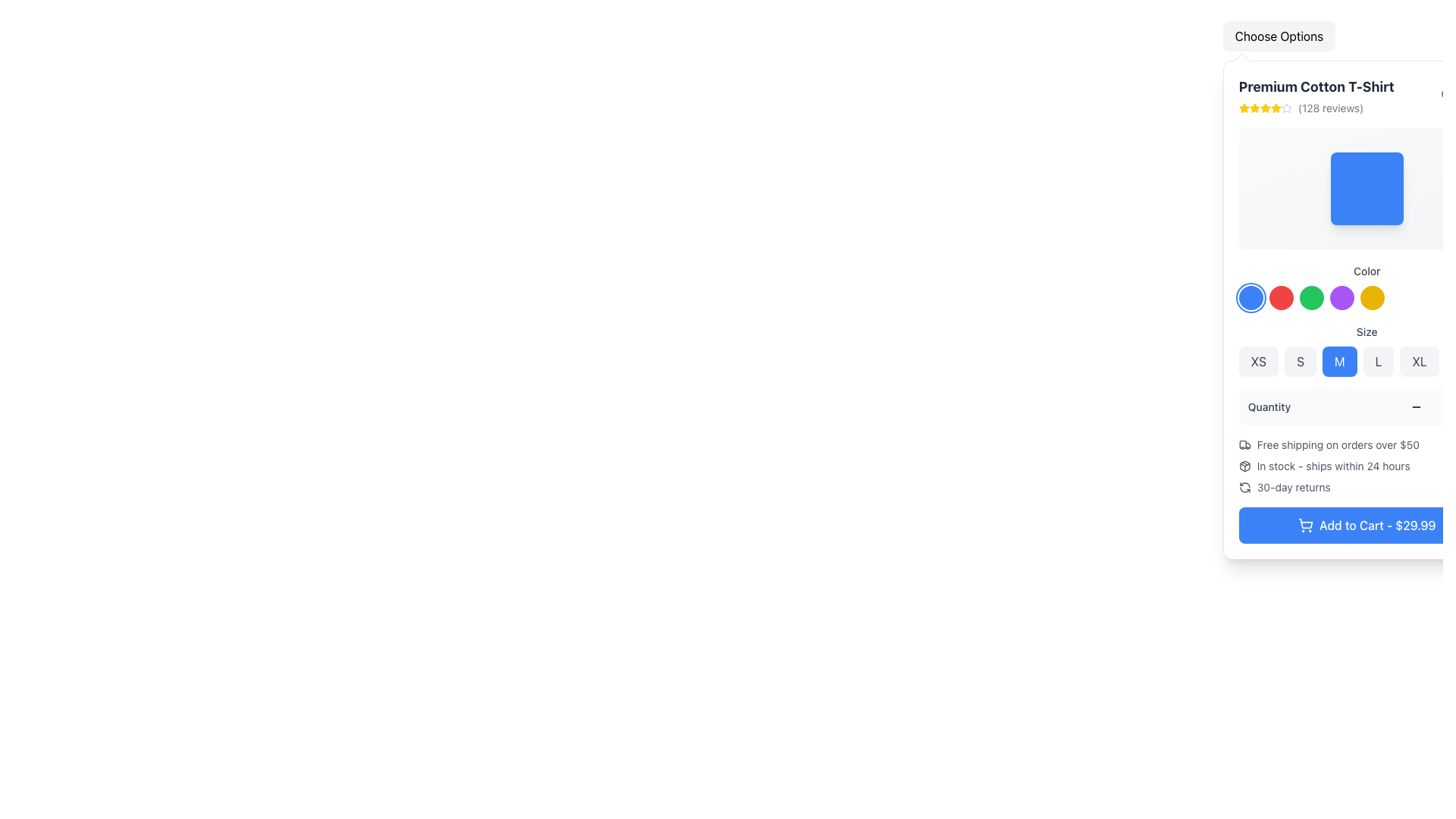  Describe the element at coordinates (1367, 270) in the screenshot. I see `the static text element that labels the section for selecting colors associated with the product, located on the right panel above the circular color selectors` at that location.